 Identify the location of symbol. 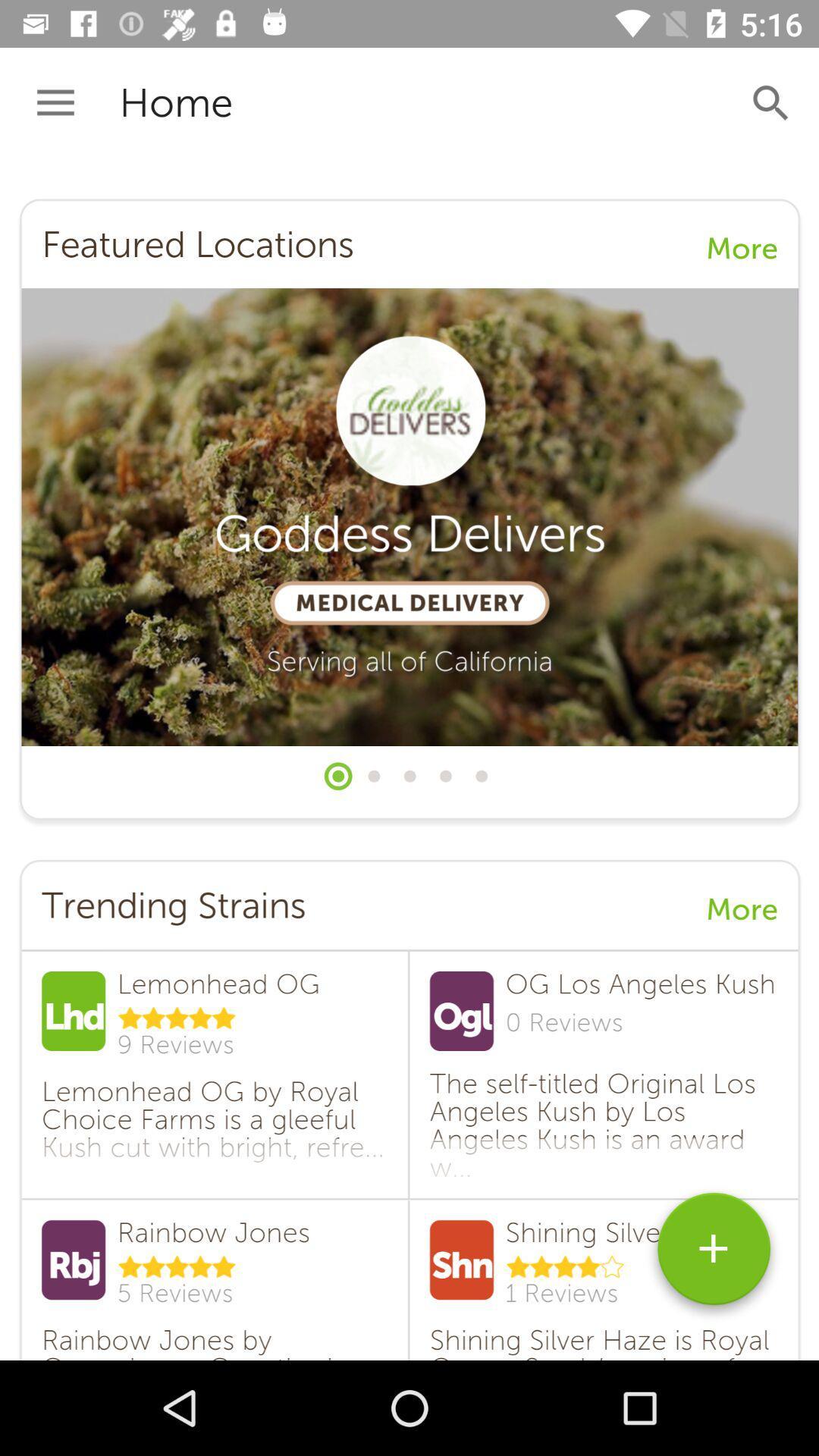
(714, 1254).